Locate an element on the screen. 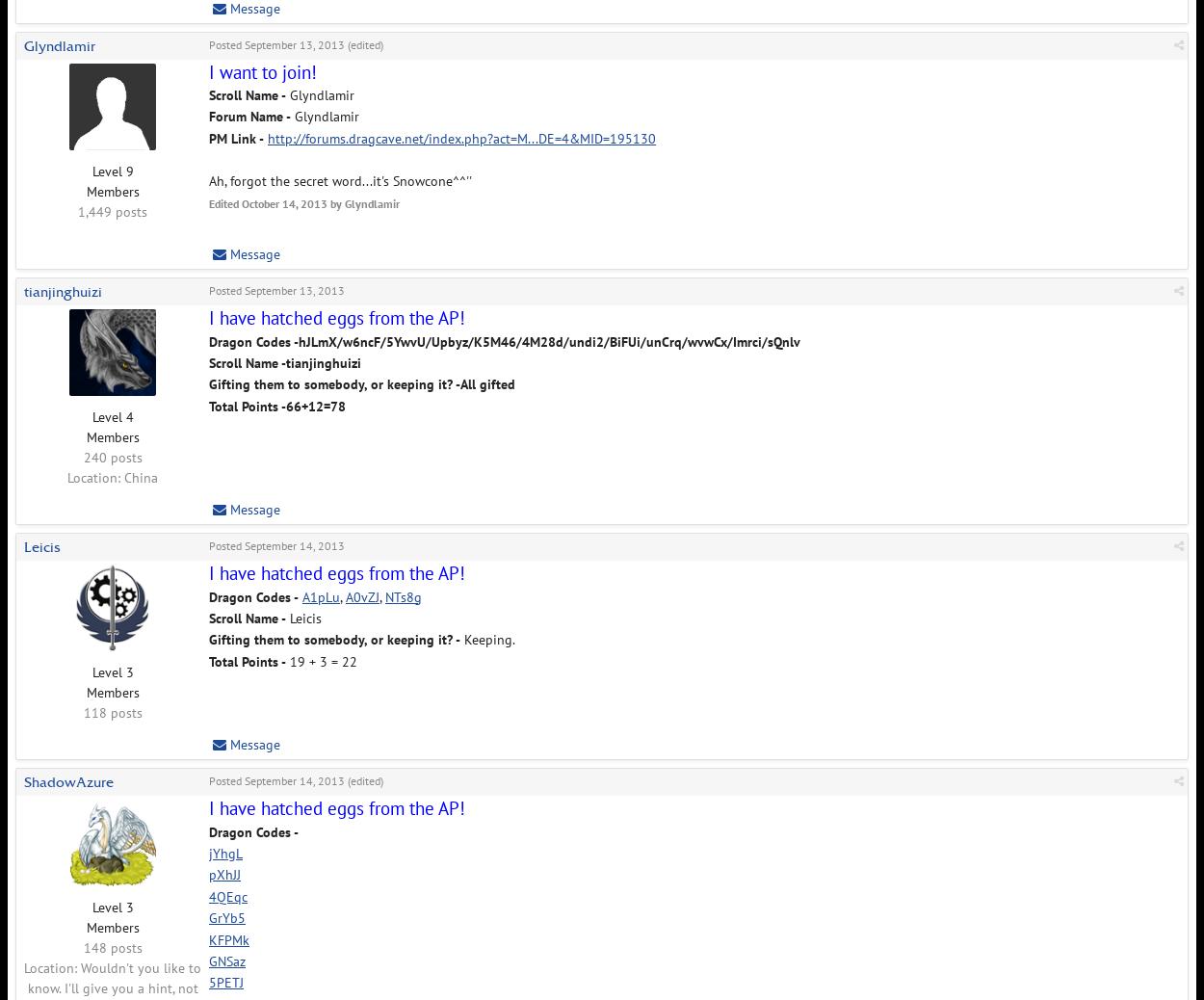  '118 posts' is located at coordinates (111, 711).